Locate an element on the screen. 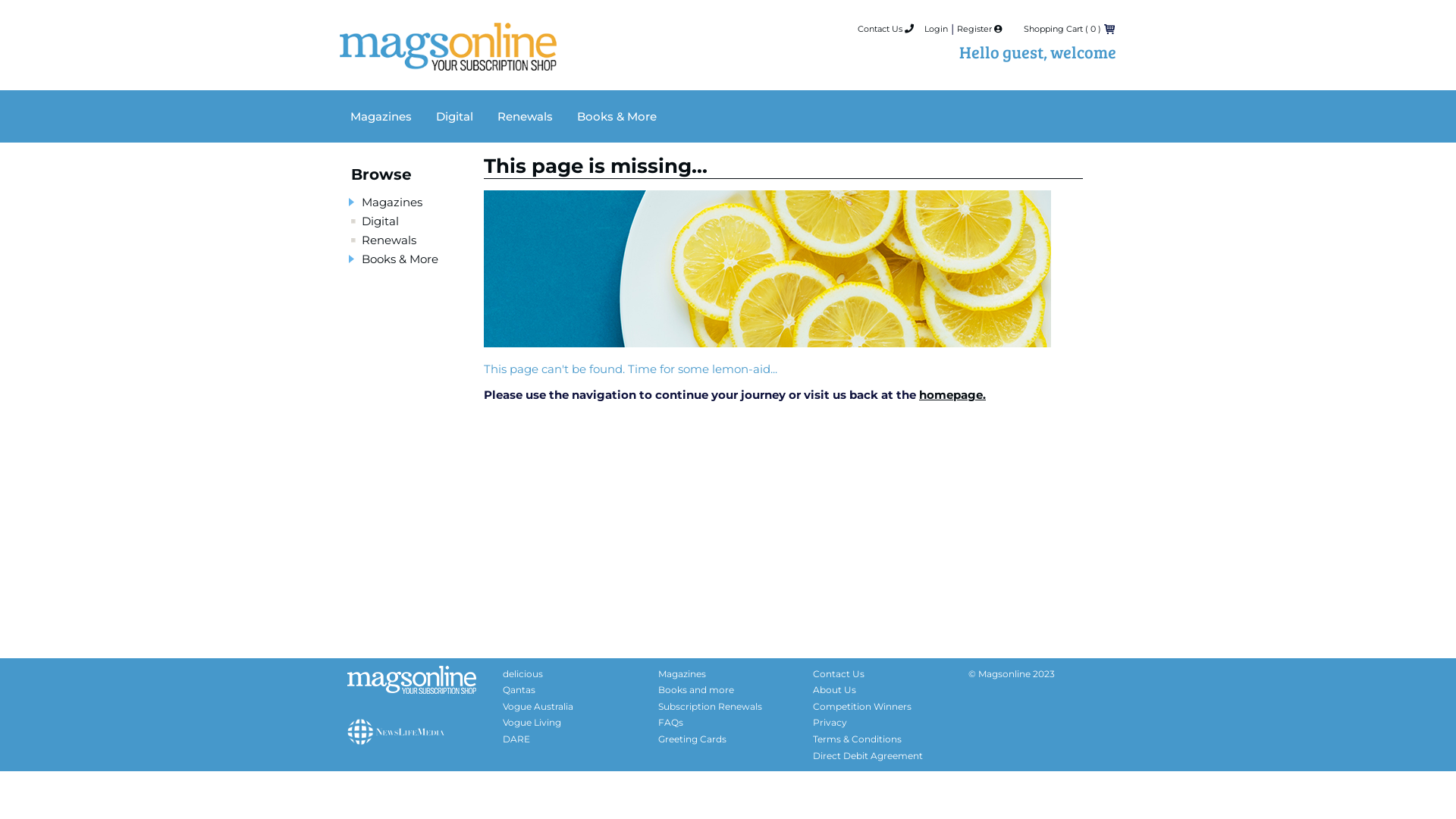 The height and width of the screenshot is (819, 1456). 'delicious' is located at coordinates (522, 673).